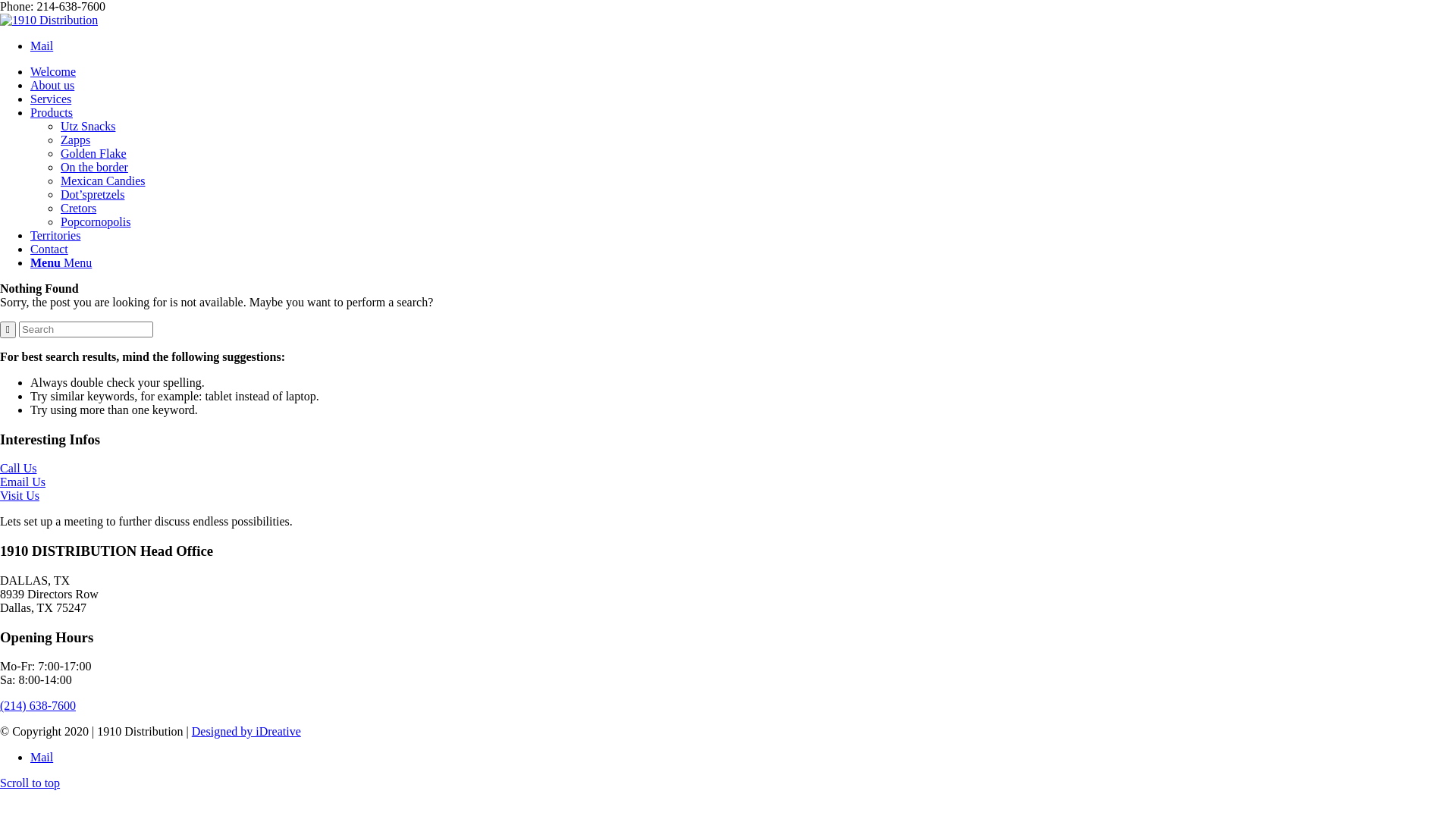  Describe the element at coordinates (61, 262) in the screenshot. I see `'Menu Menu'` at that location.